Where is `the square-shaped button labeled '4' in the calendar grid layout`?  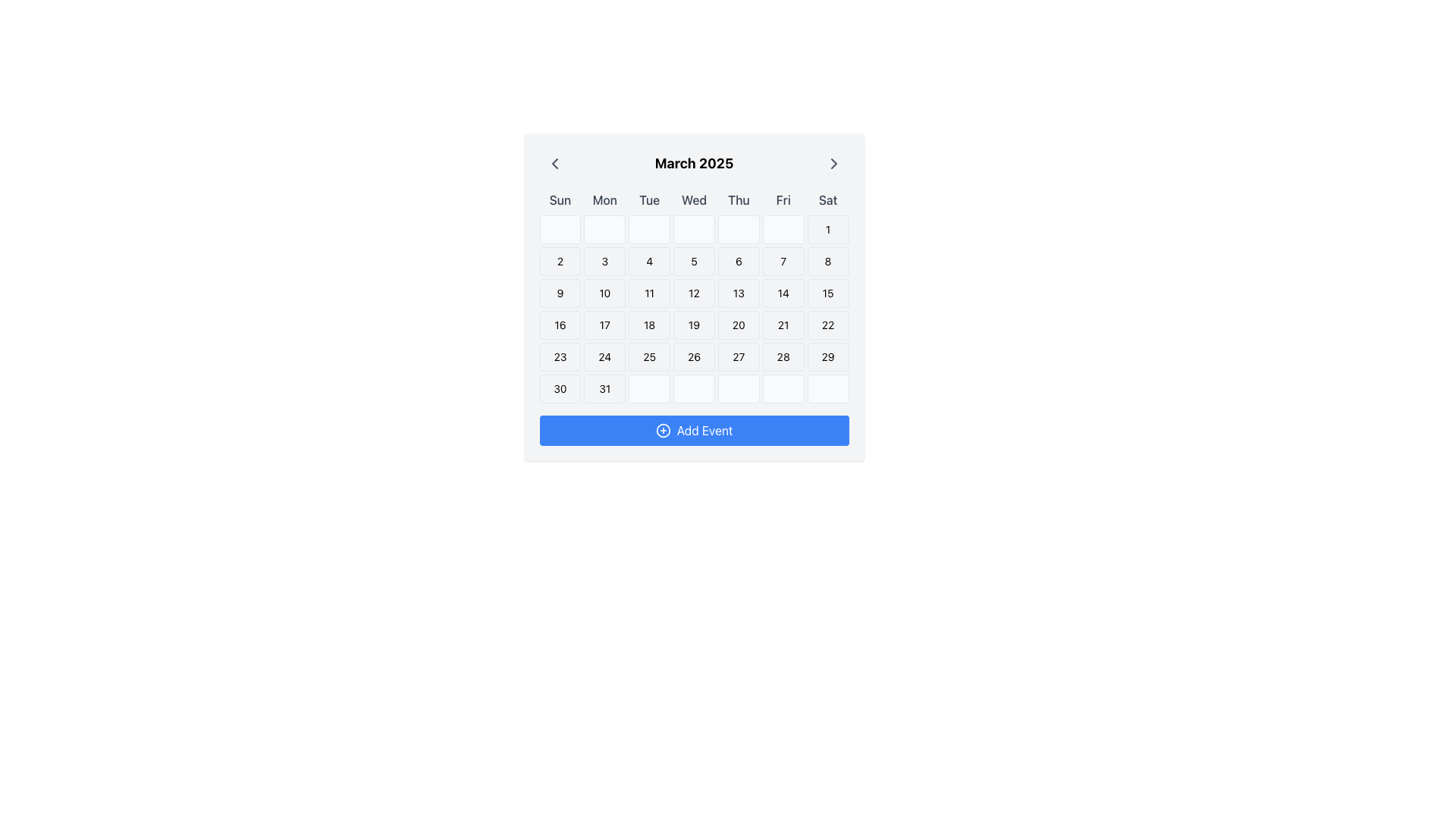 the square-shaped button labeled '4' in the calendar grid layout is located at coordinates (649, 260).